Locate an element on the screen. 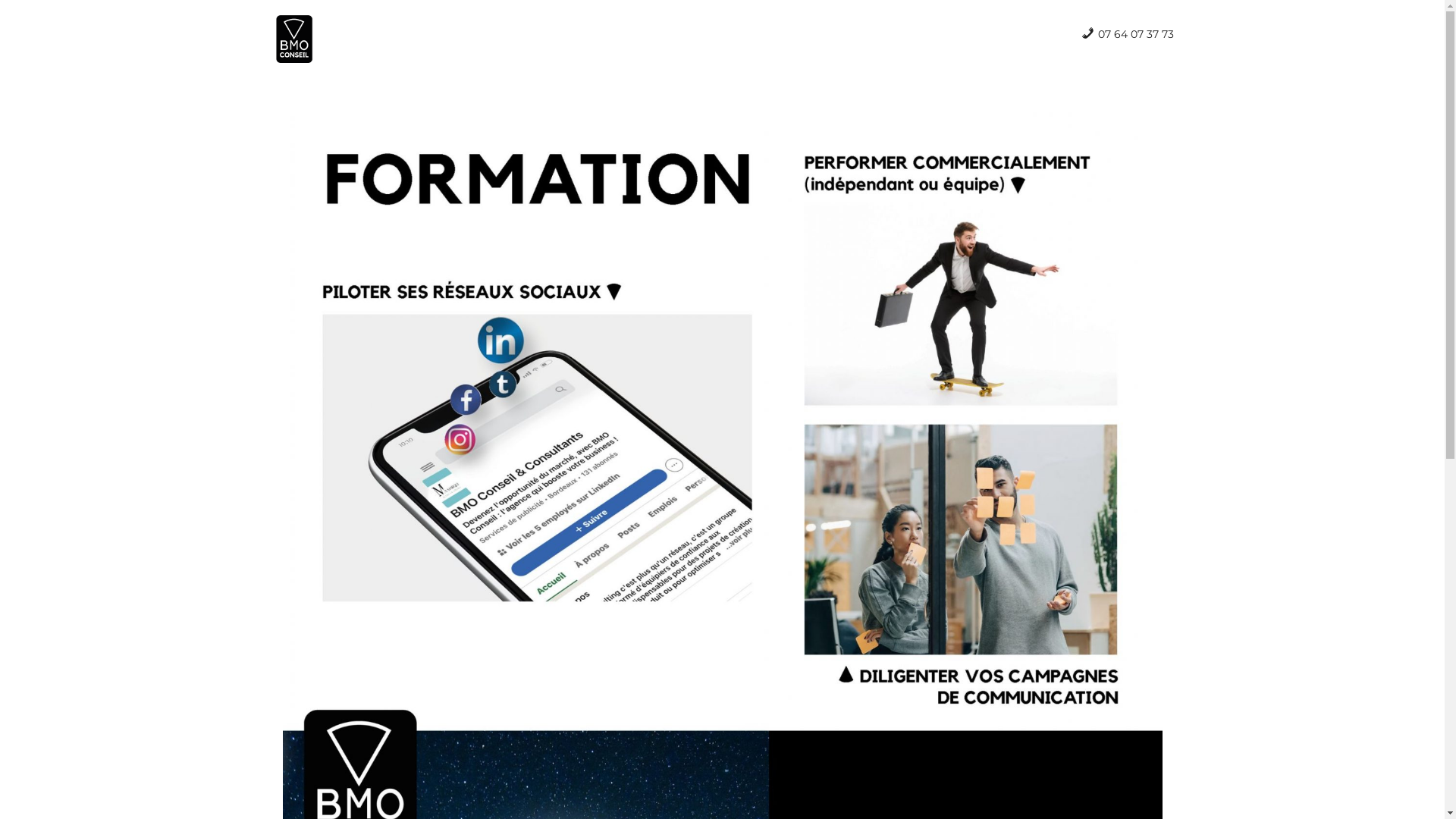  '07 64 07 37 73' is located at coordinates (1127, 34).